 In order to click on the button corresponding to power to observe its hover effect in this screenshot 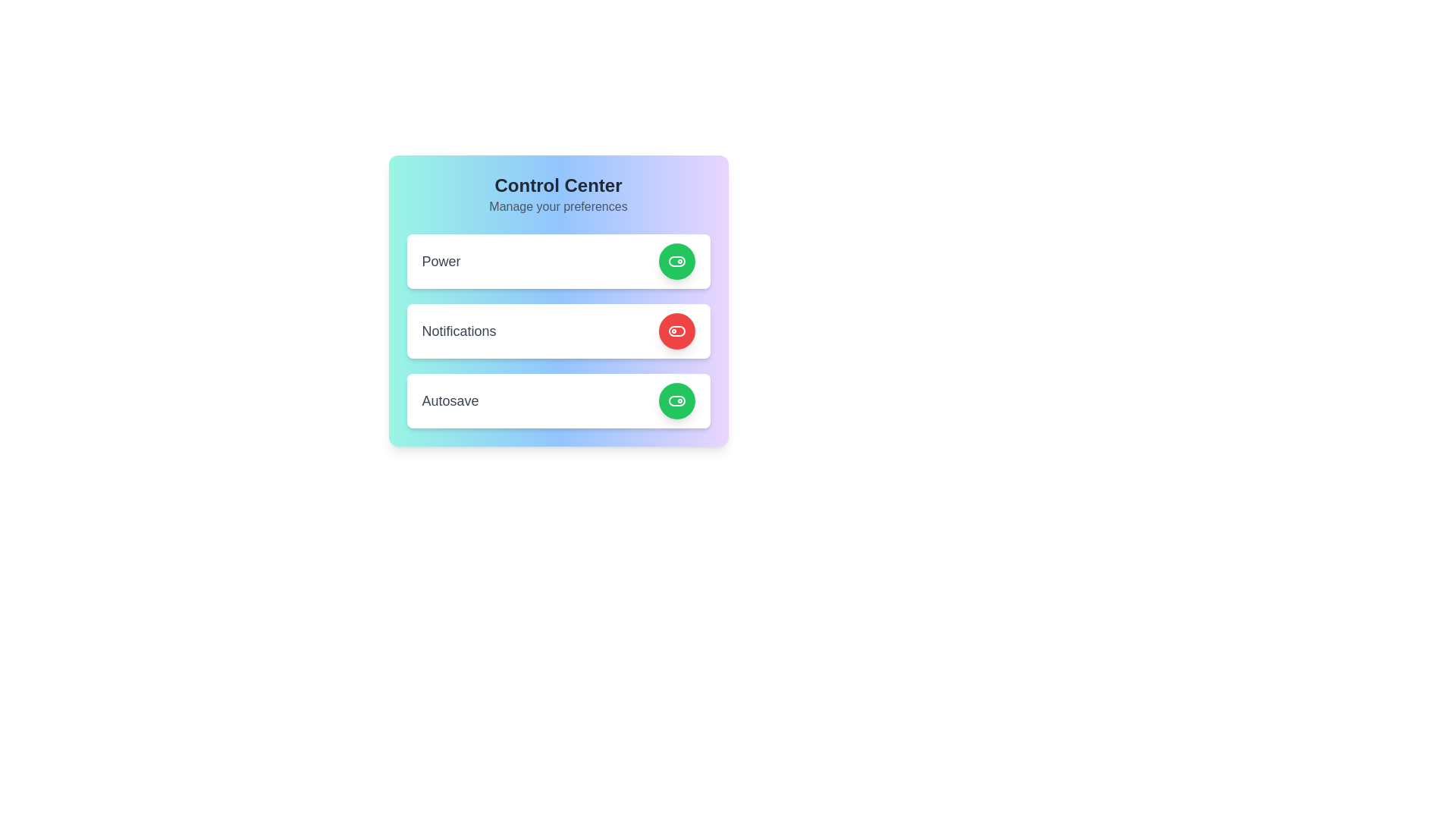, I will do `click(676, 260)`.